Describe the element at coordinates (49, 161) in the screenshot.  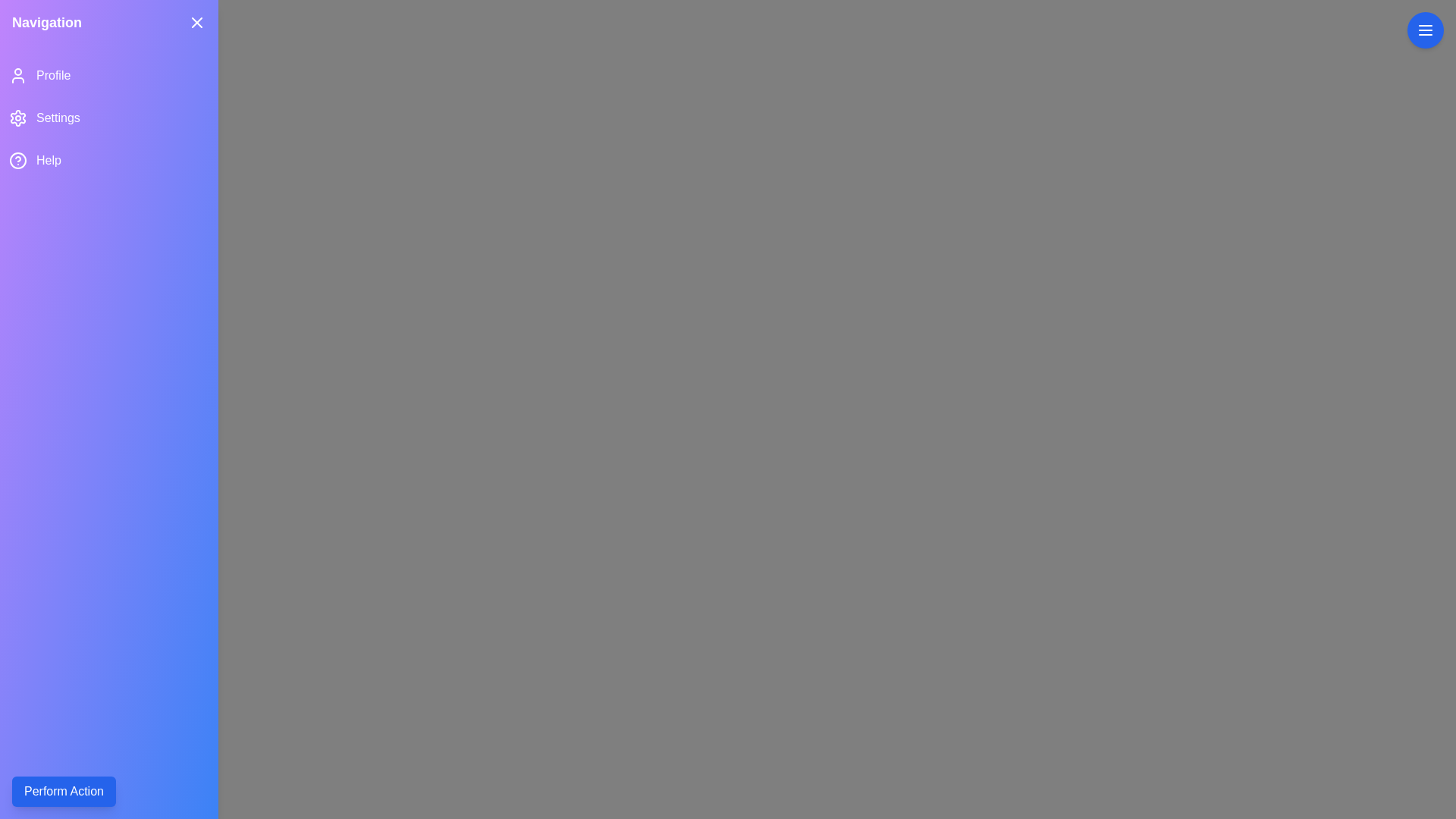
I see `'Help' text label located in the navigation panel beneath the 'Settings' item, which is styled in white font over a purple gradient background` at that location.